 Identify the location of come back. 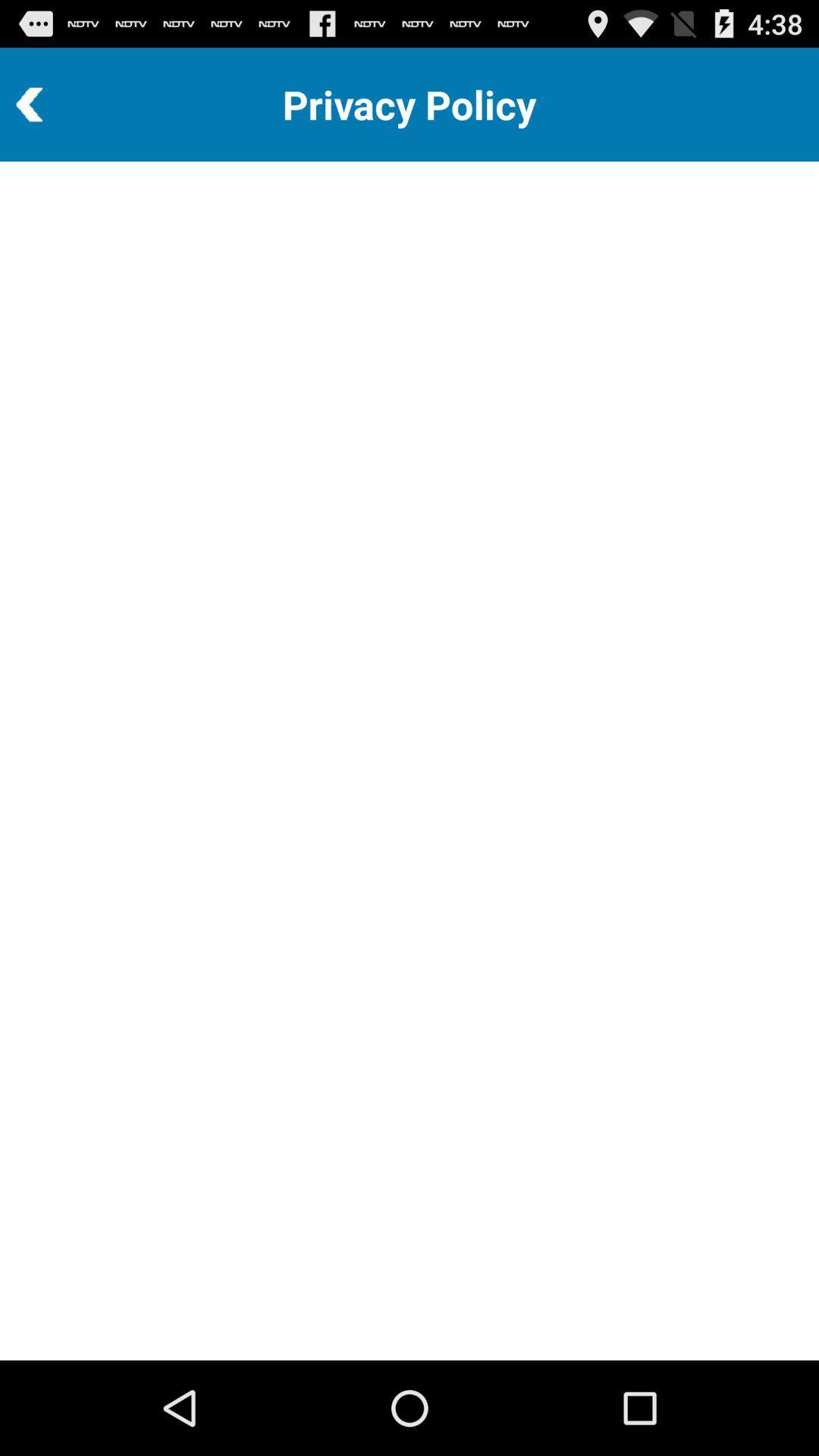
(71, 104).